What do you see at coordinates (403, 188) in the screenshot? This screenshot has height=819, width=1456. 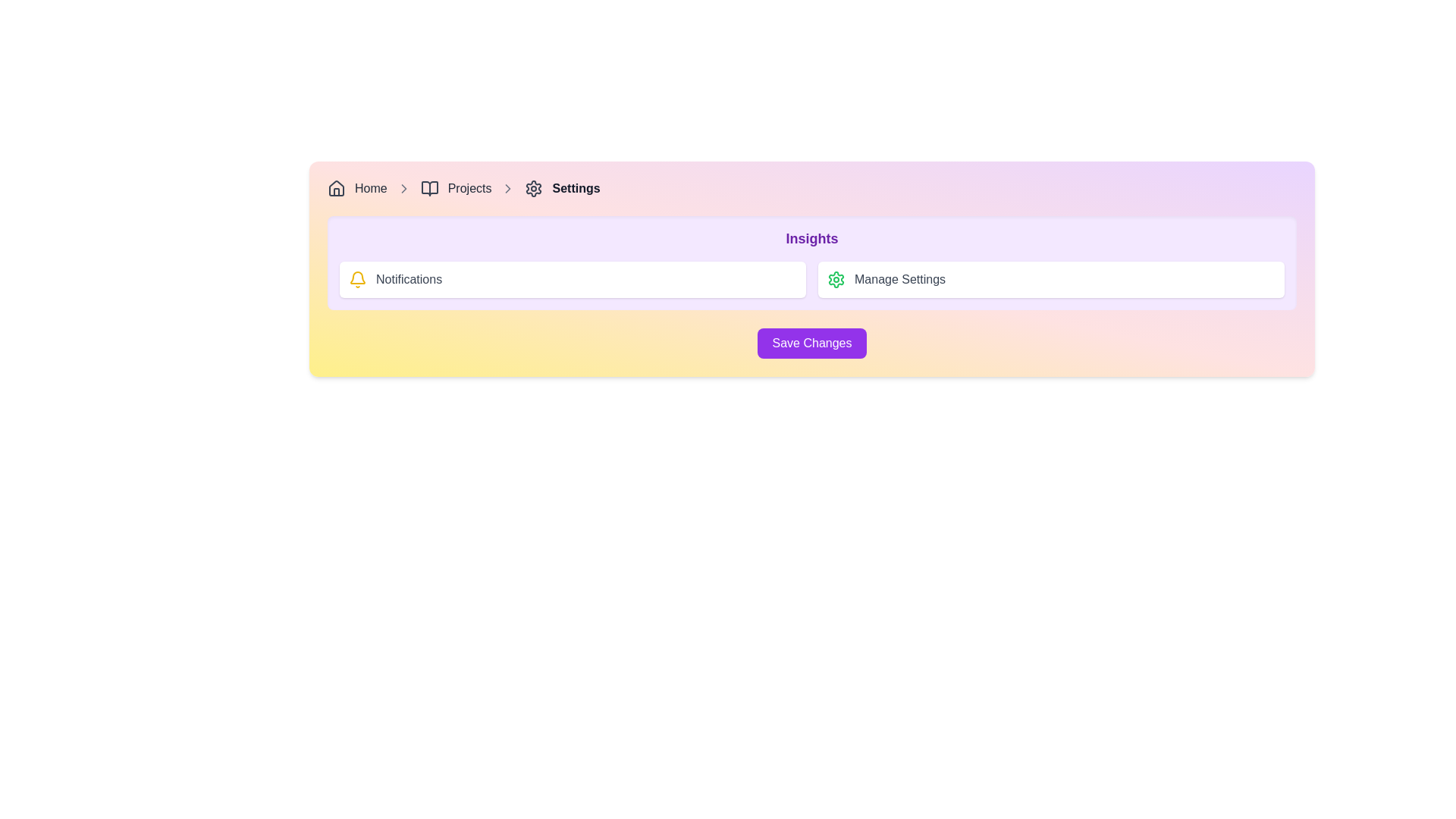 I see `the right-pointing chevron icon in the breadcrumb navigation bar, located between the 'Home' and 'Projects' links` at bounding box center [403, 188].